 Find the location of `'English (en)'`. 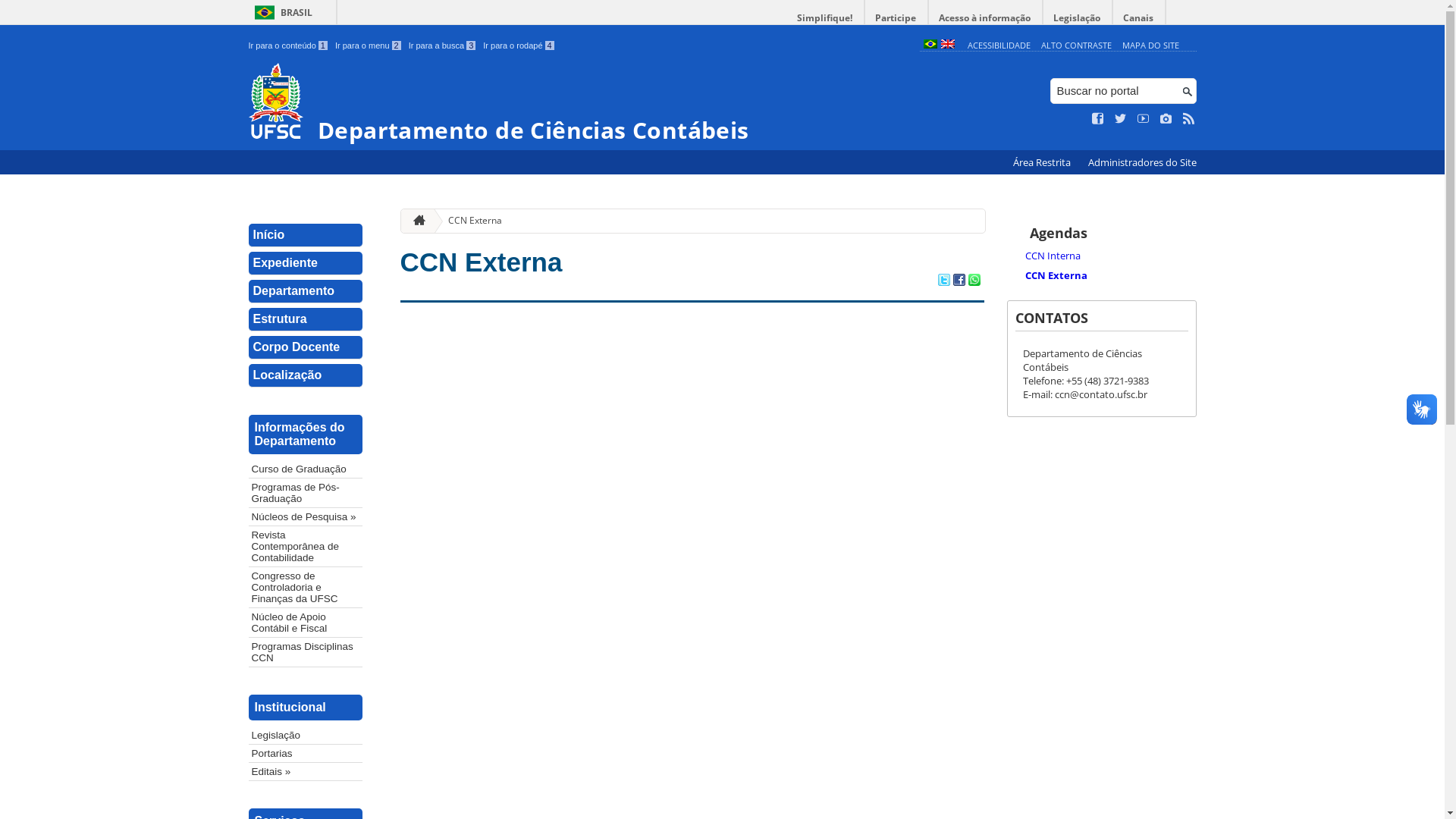

'English (en)' is located at coordinates (946, 44).